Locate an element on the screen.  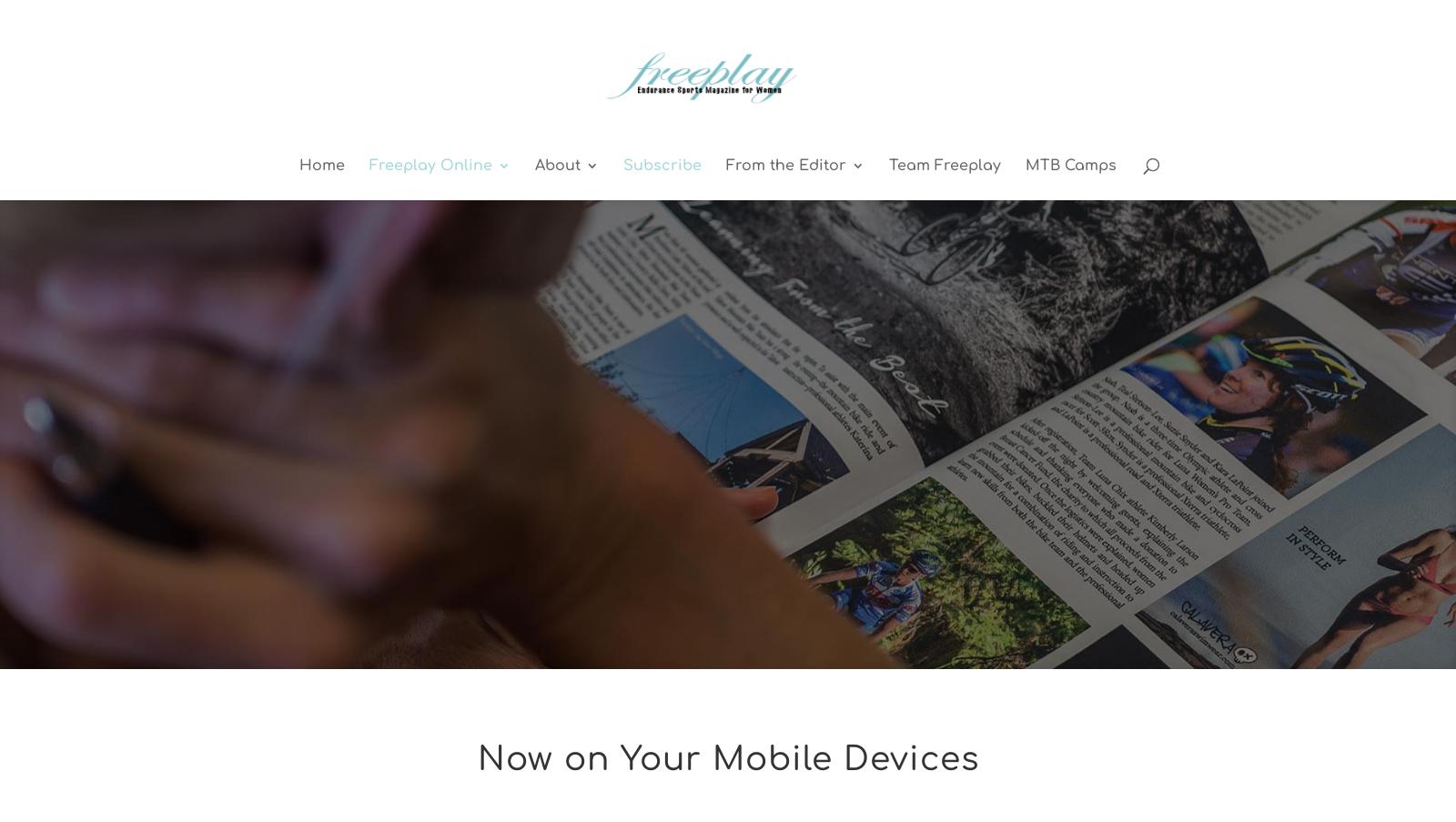
'MTB Camps' is located at coordinates (1024, 165).